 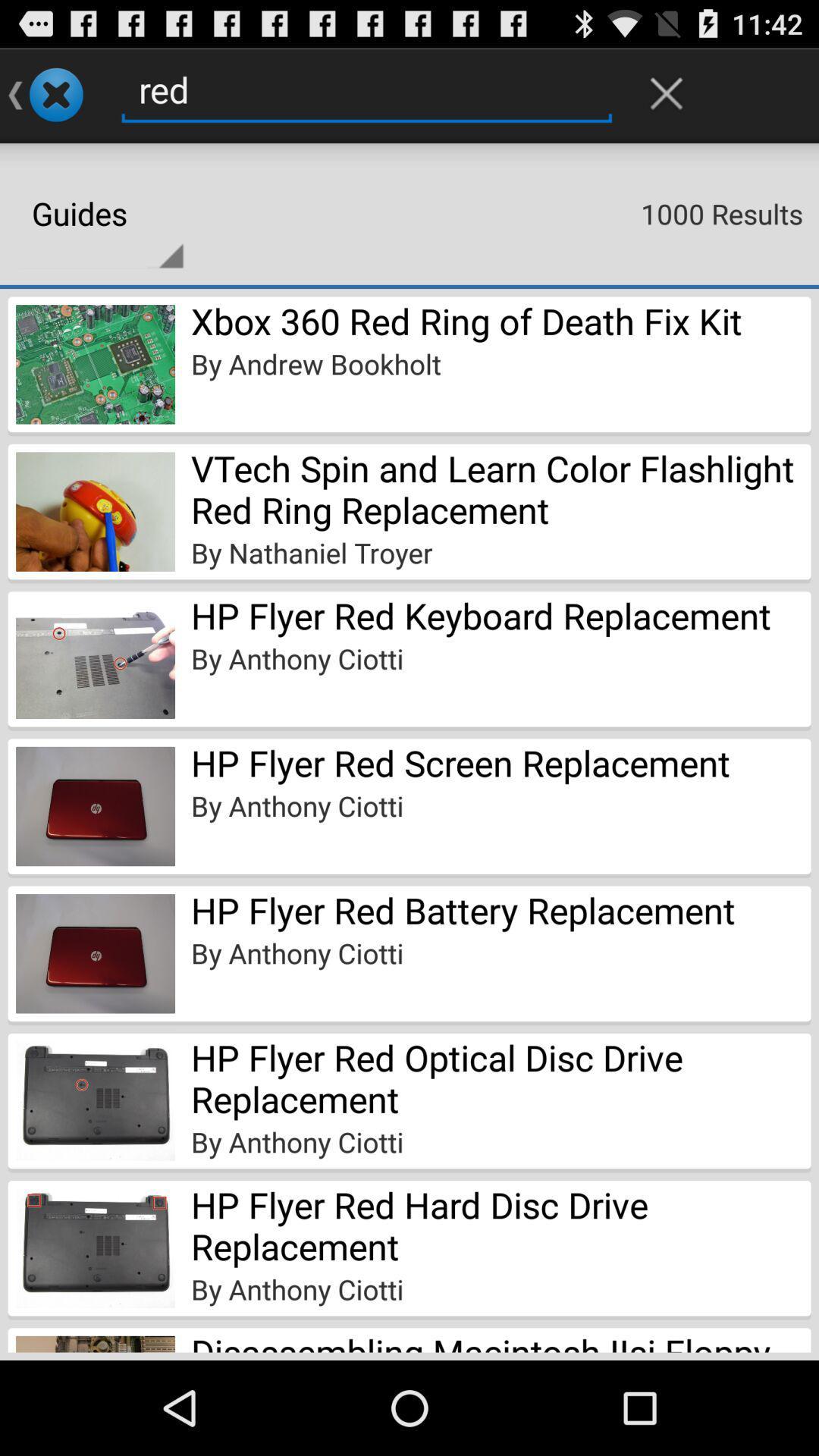 What do you see at coordinates (500, 488) in the screenshot?
I see `the vtech spin and icon` at bounding box center [500, 488].